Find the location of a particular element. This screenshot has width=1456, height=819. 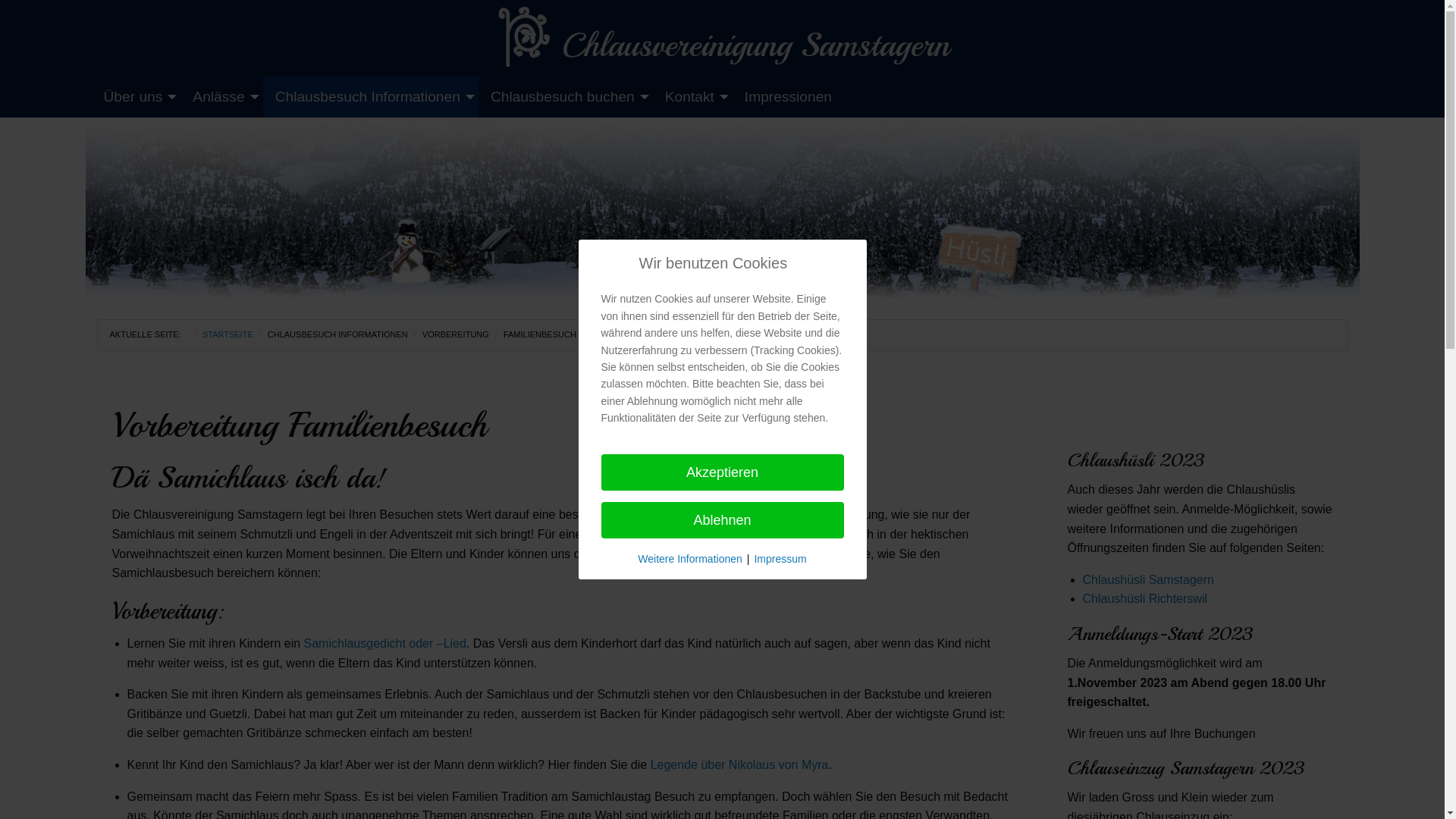

'STARTSEITE' is located at coordinates (227, 333).